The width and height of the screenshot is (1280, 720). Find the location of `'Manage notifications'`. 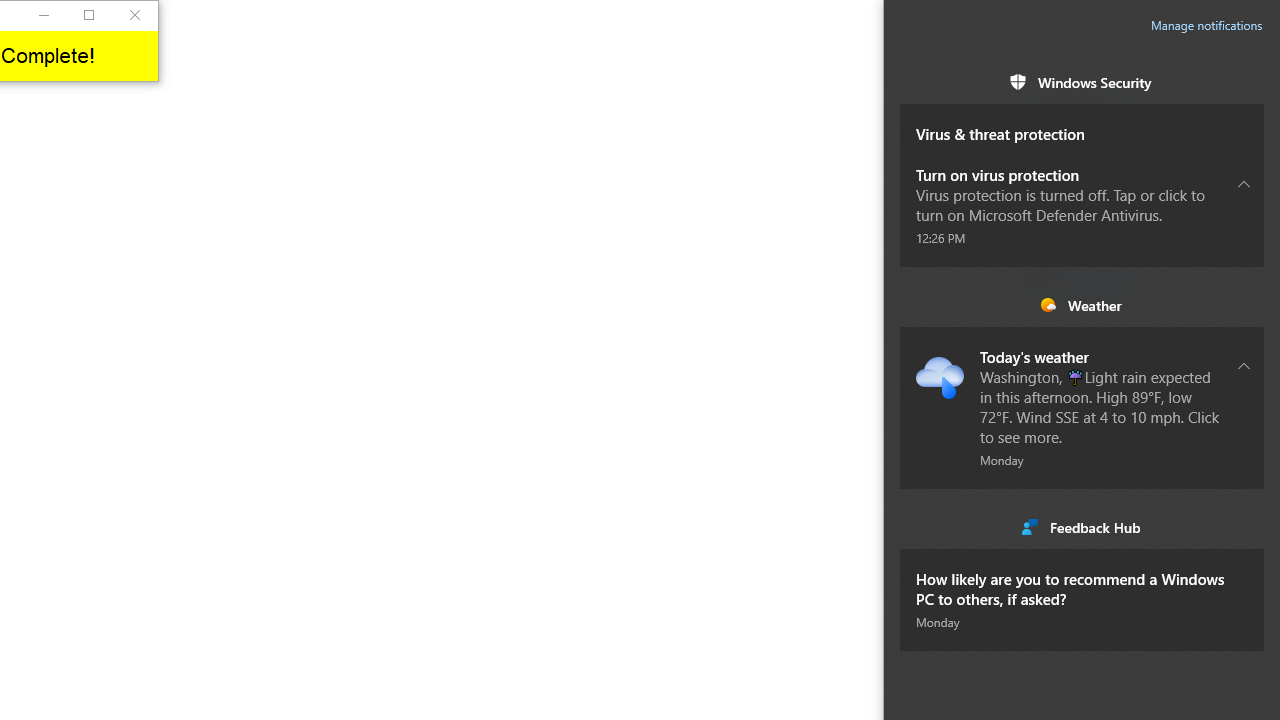

'Manage notifications' is located at coordinates (1206, 25).